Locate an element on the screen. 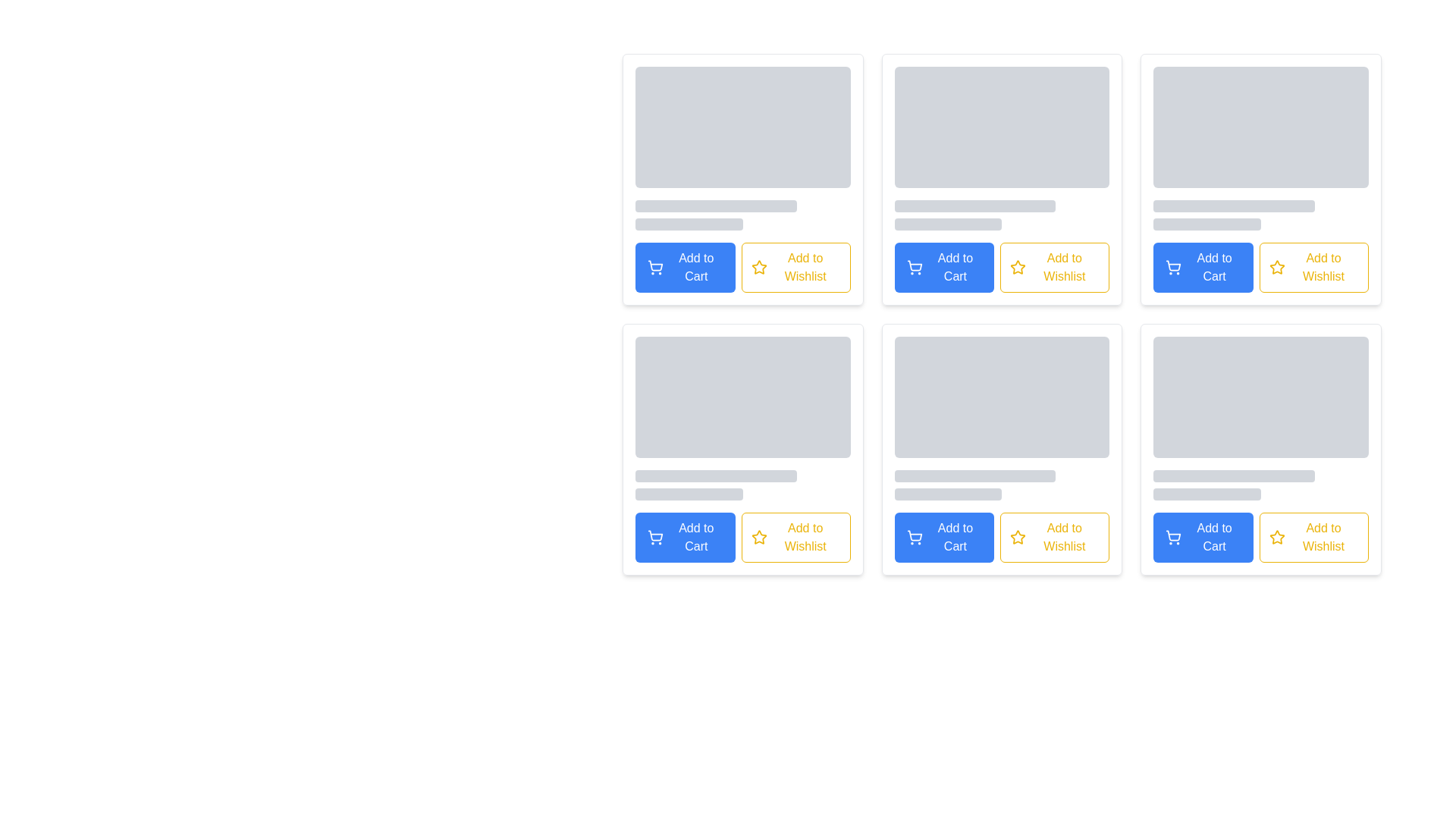  the thin gray rectangular bar with rounded ends, styled as a placeholder or progress bar, located at the bottom of a card-like component on the right side of the last row of a grid layout is located at coordinates (1207, 494).